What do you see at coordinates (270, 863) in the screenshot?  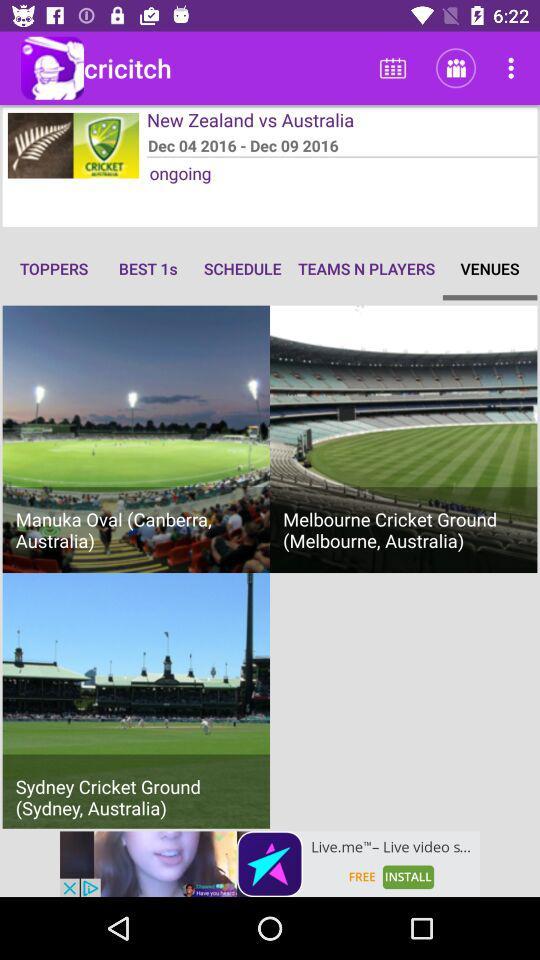 I see `advertisement option` at bounding box center [270, 863].